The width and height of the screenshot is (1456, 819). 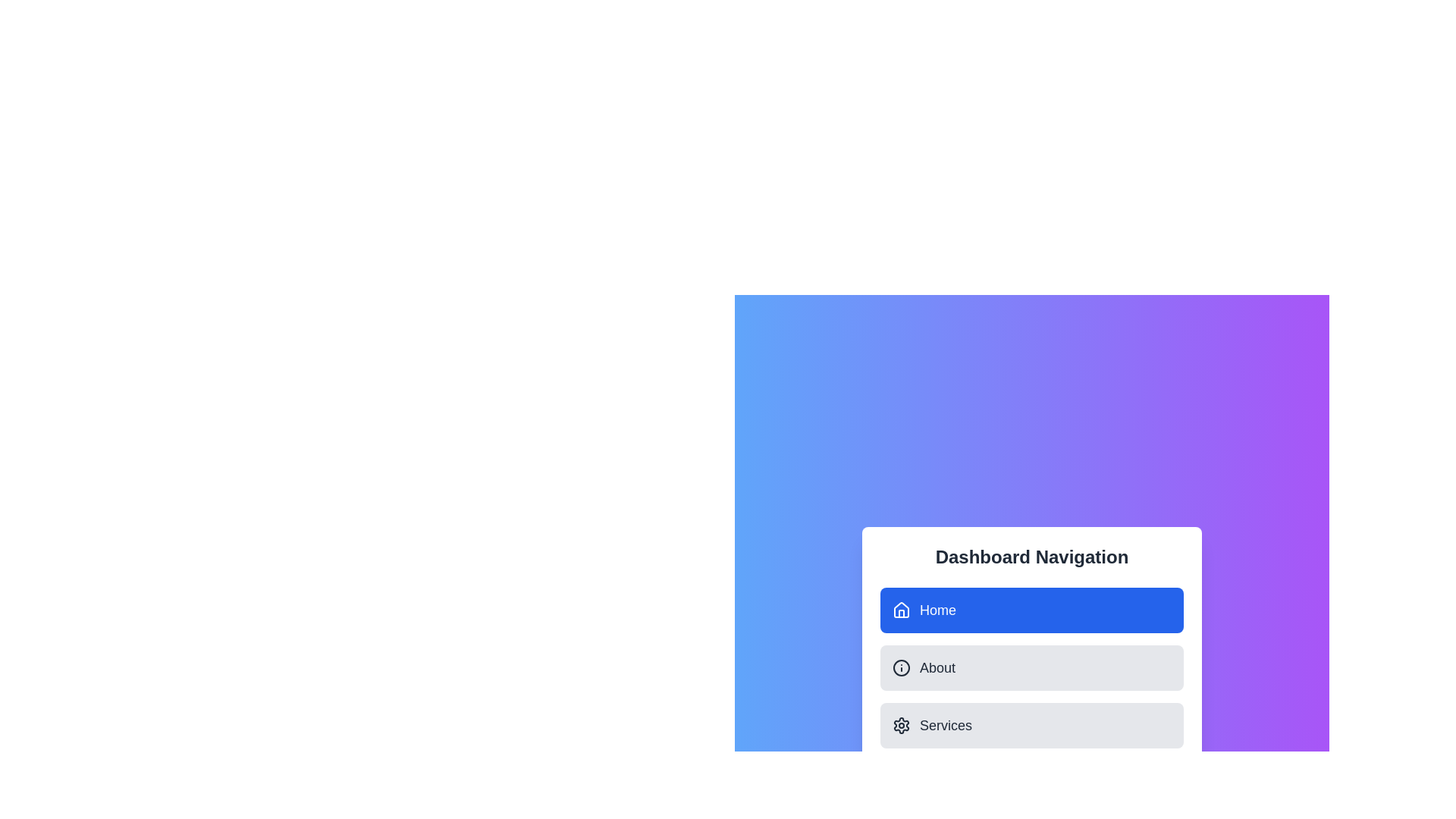 I want to click on the information icon, which is a circular shape outlined in a darker color, located next to the 'About' section in the vertical navigation menu, so click(x=902, y=667).